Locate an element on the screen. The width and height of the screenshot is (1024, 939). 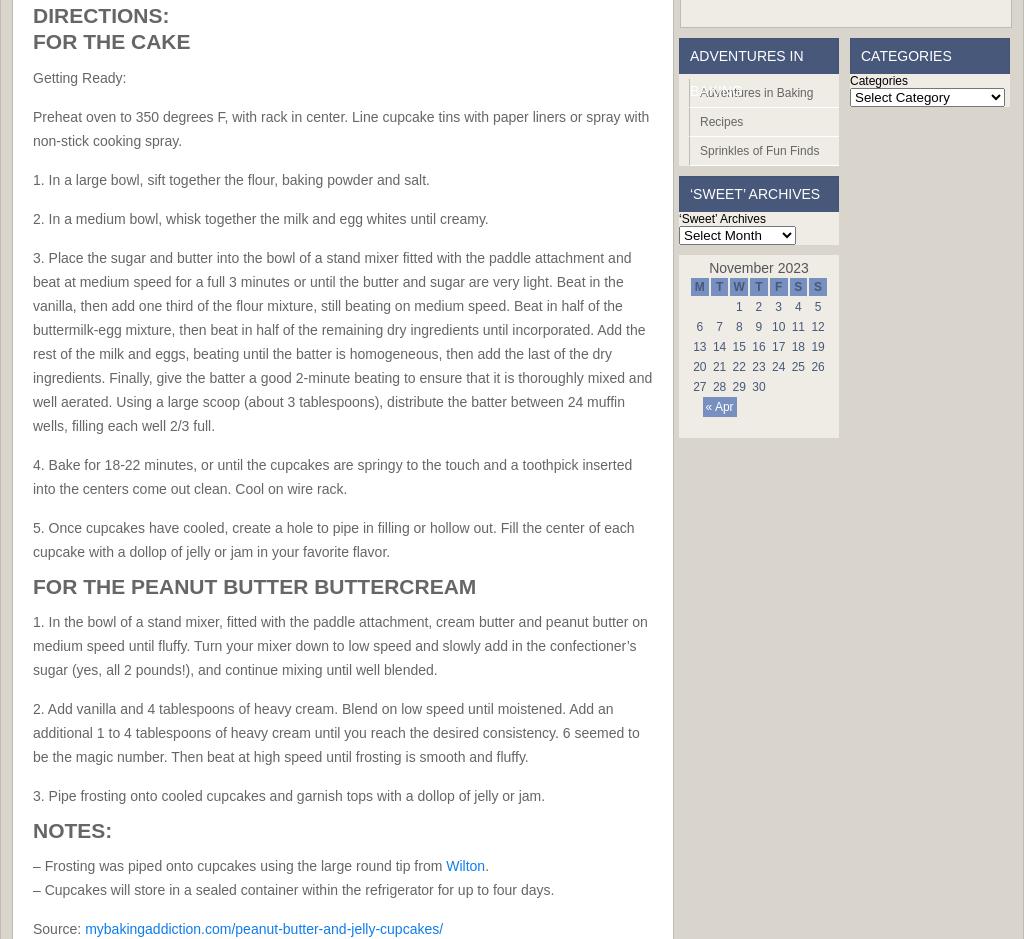
'FOR THE PEANUT BUTTER BUTTERCREAM' is located at coordinates (253, 585).